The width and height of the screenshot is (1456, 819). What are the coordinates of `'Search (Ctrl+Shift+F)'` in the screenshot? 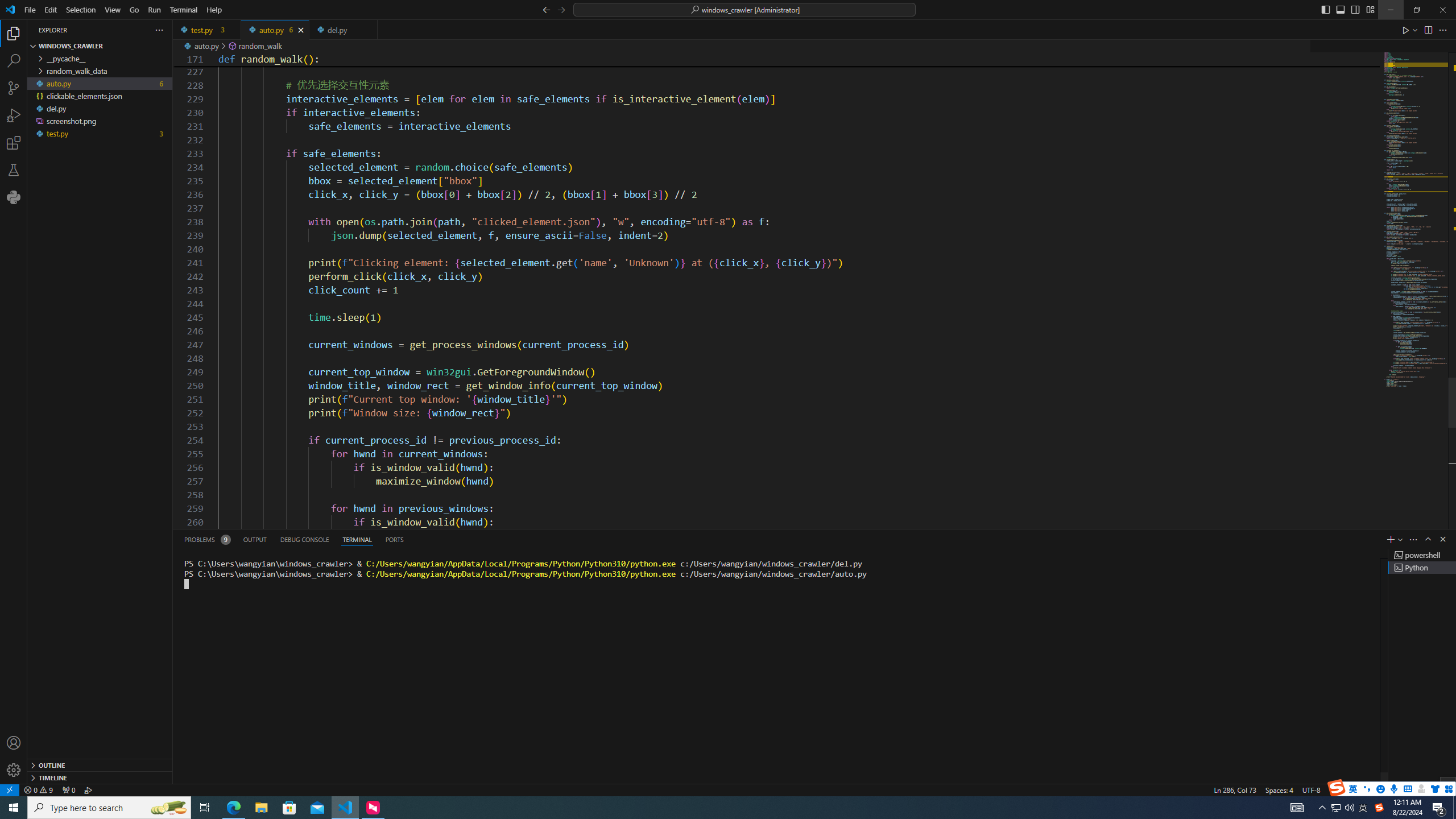 It's located at (14, 61).